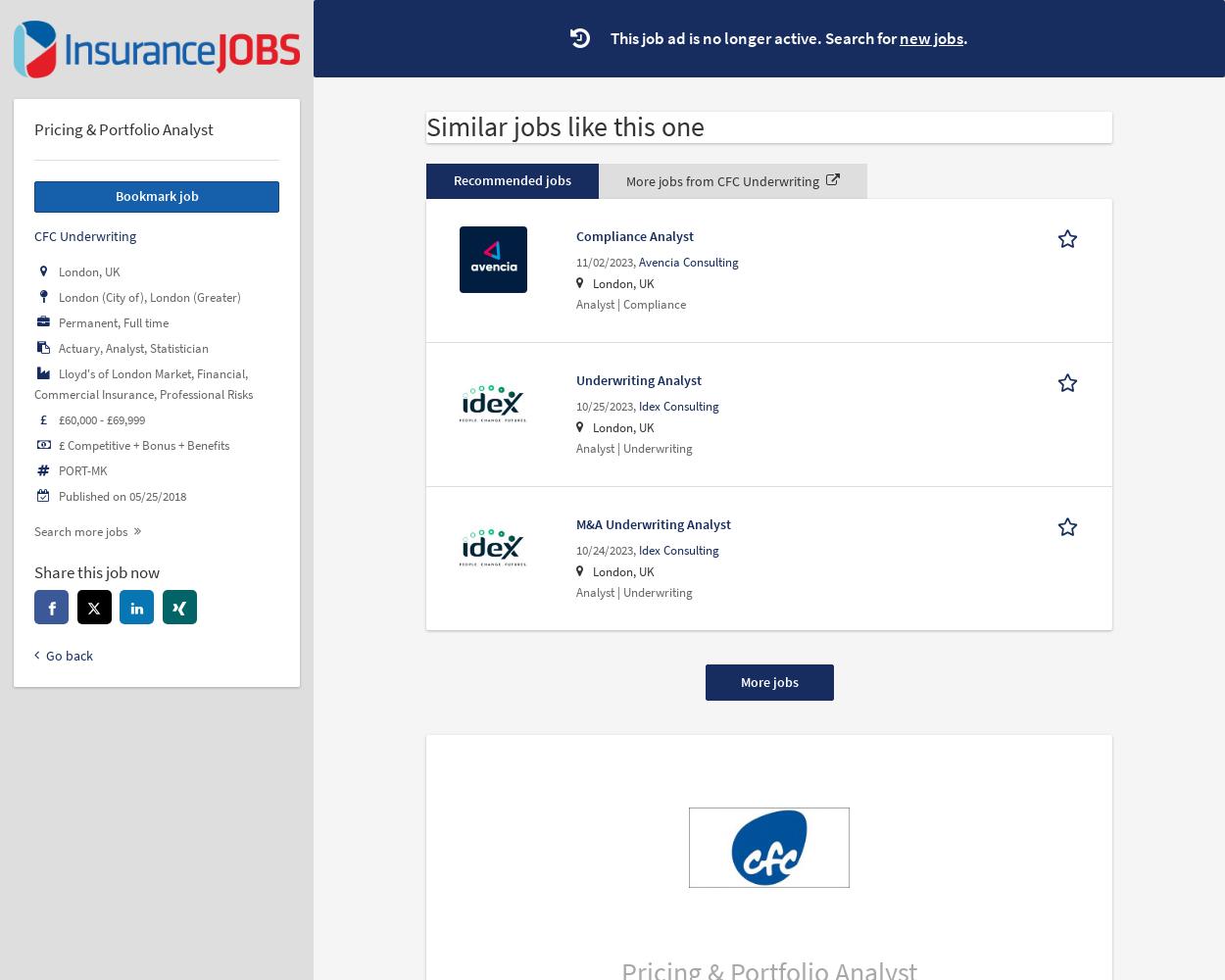  I want to click on 'Share this job now', so click(96, 571).